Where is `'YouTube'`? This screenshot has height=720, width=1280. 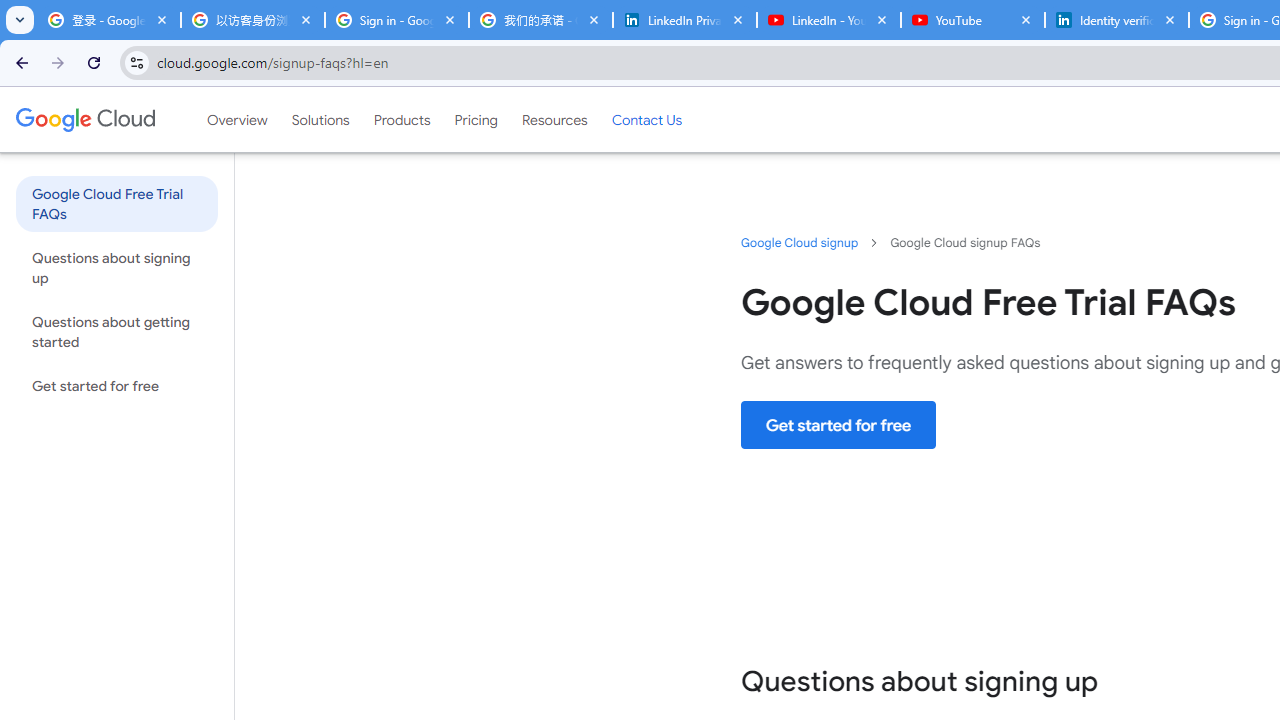 'YouTube' is located at coordinates (972, 20).